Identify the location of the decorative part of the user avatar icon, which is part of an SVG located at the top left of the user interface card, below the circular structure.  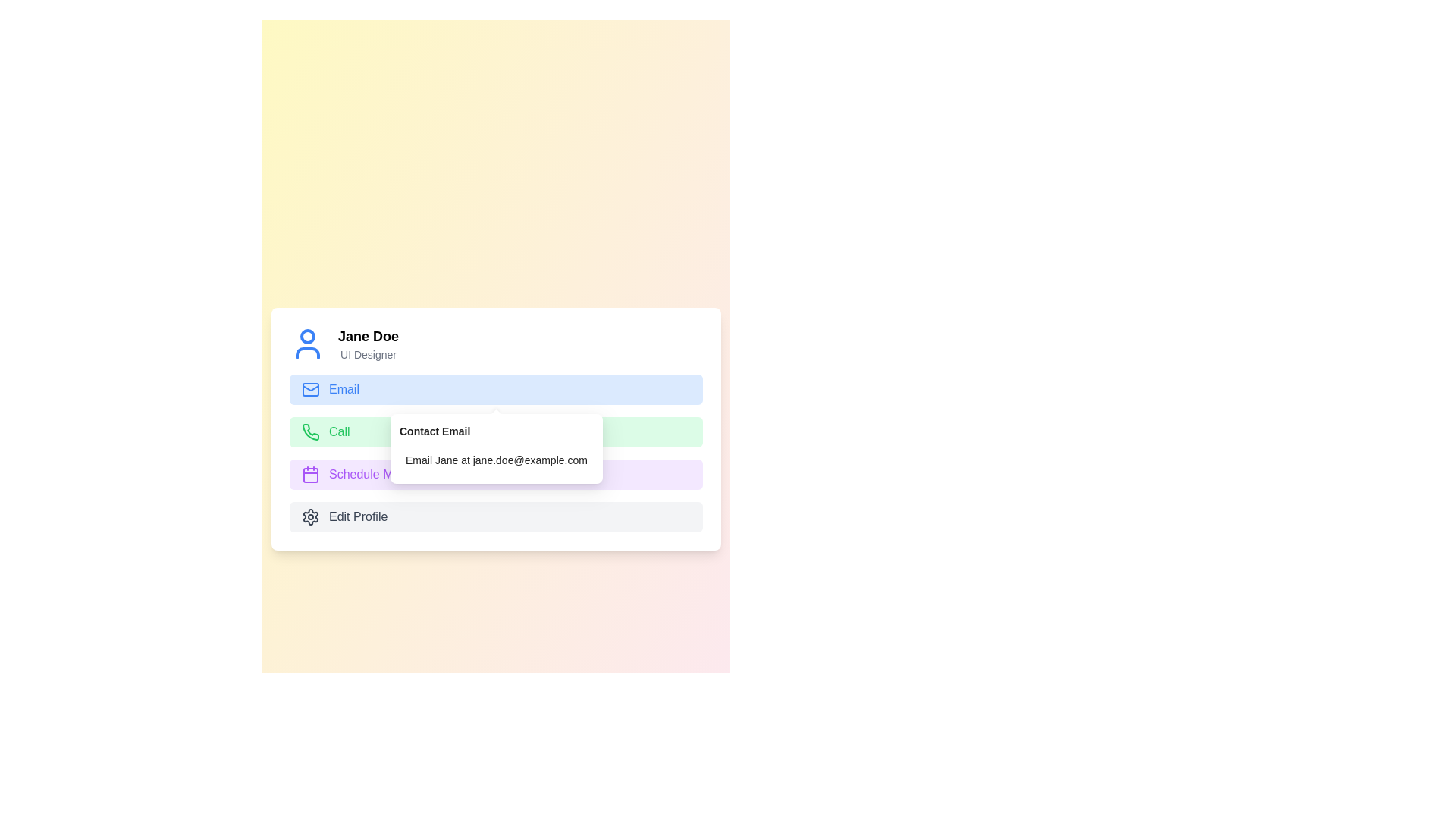
(306, 353).